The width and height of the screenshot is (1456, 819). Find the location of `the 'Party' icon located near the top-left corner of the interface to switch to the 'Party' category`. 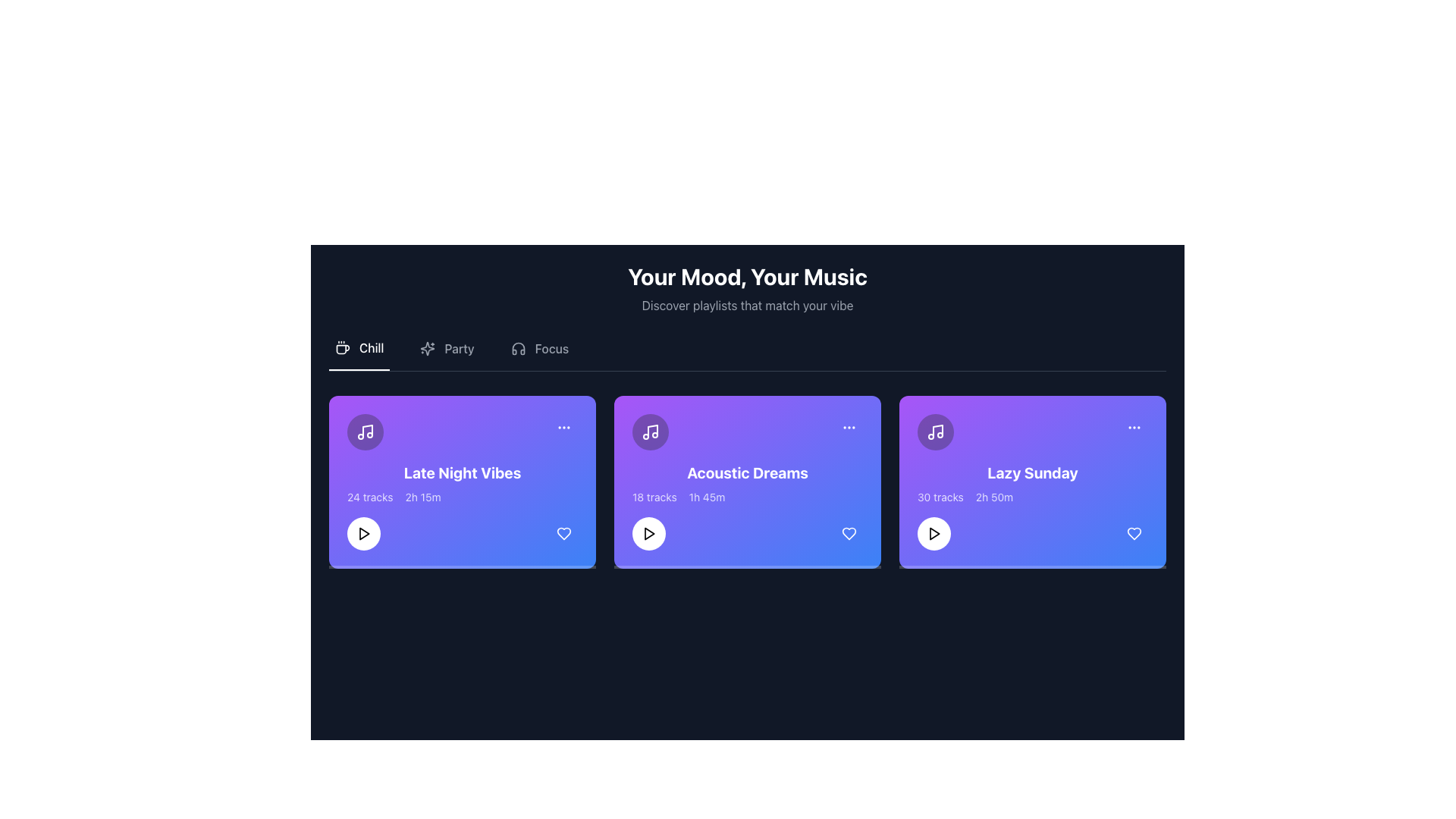

the 'Party' icon located near the top-left corner of the interface to switch to the 'Party' category is located at coordinates (427, 348).